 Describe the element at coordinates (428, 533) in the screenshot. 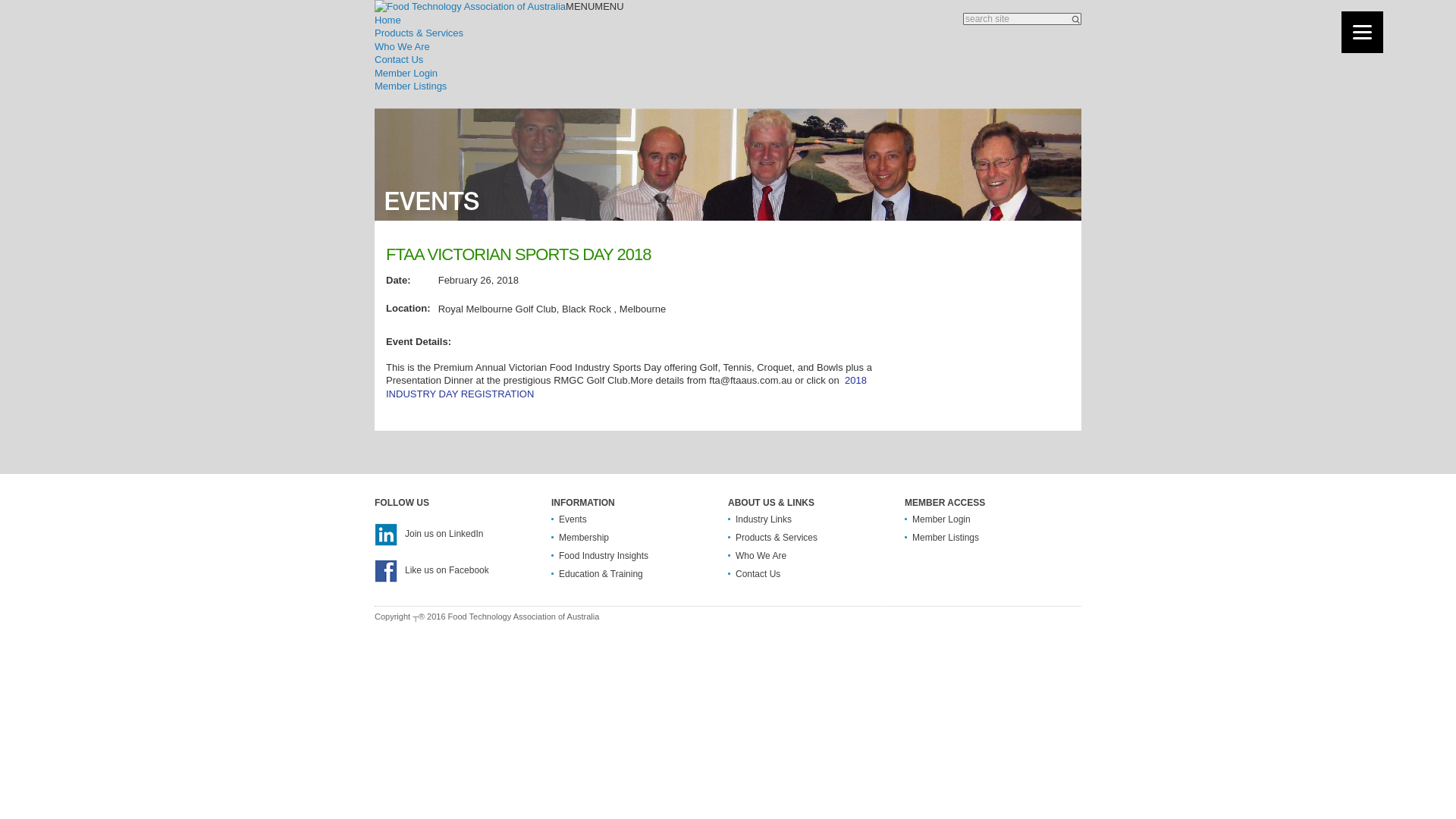

I see `'Join us on LinkedIn'` at that location.